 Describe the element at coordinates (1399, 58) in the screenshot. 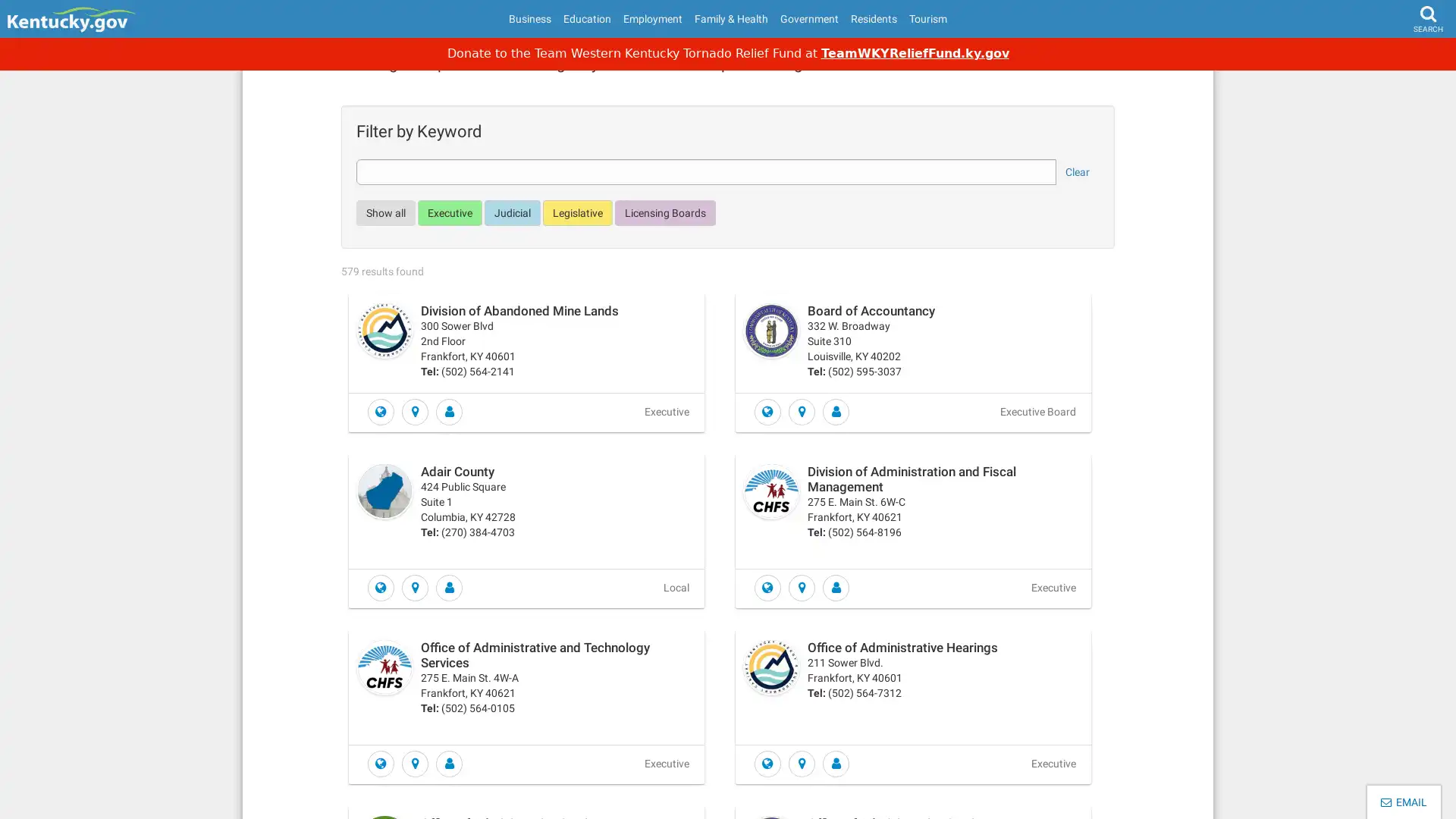

I see `Search` at that location.